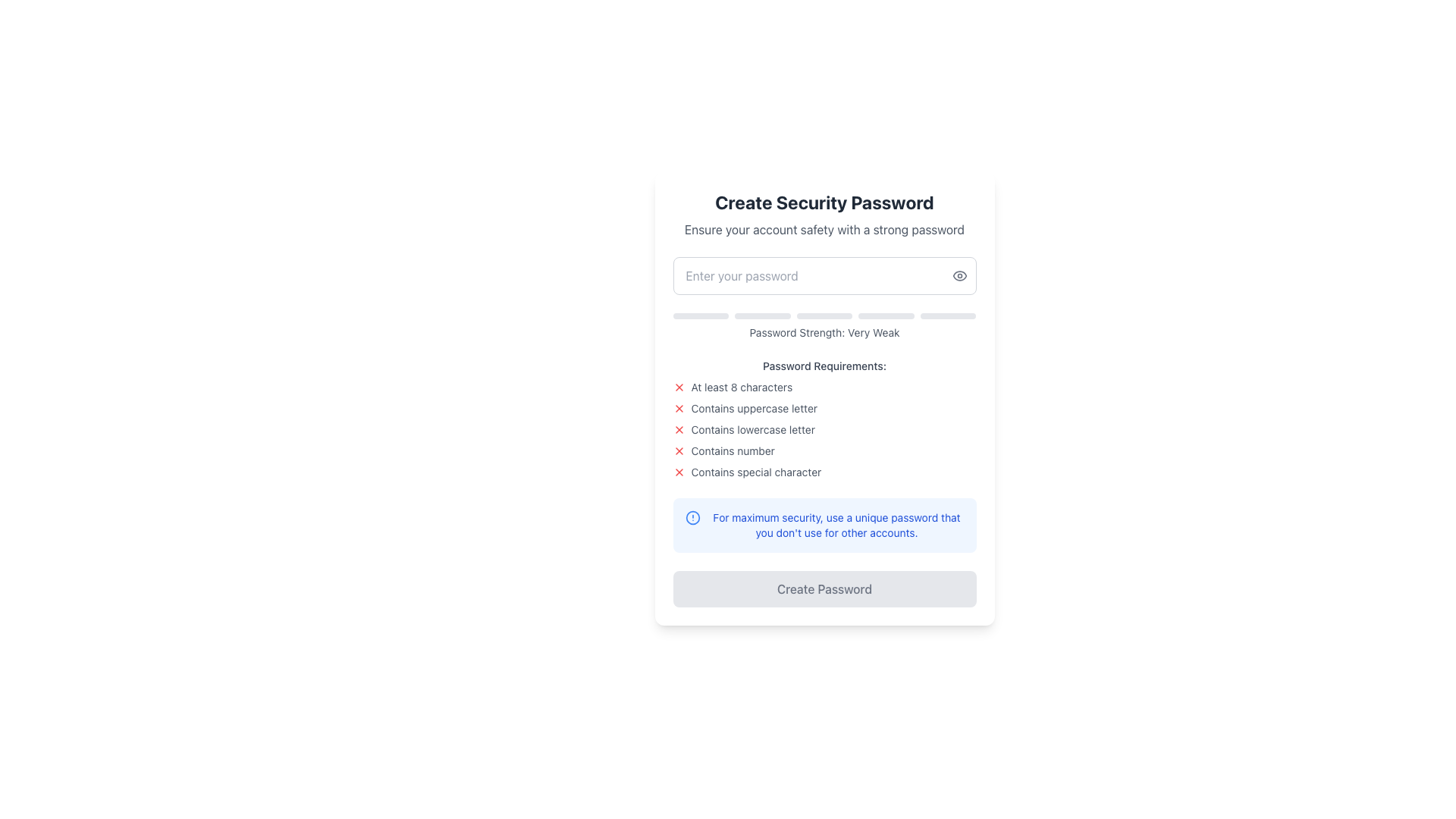 Image resolution: width=1456 pixels, height=819 pixels. I want to click on the static informational text displaying the message 'For maximum security, use a unique password that you don't use for other accounts.' which is styled in a small blue font and located in a light blue box with rounded corners, so click(836, 525).